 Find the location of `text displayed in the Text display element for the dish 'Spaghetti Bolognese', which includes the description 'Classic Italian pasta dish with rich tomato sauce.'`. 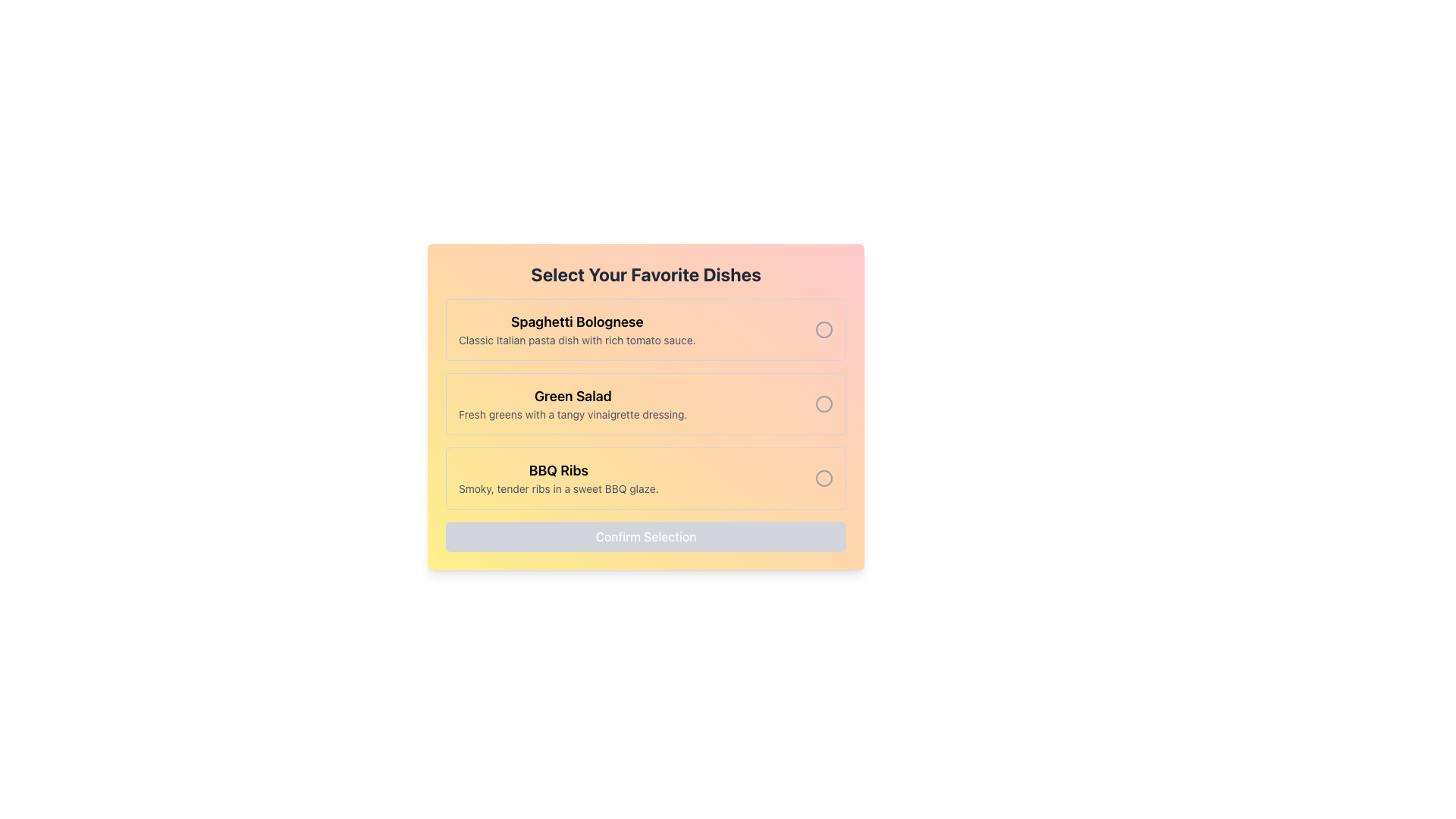

text displayed in the Text display element for the dish 'Spaghetti Bolognese', which includes the description 'Classic Italian pasta dish with rich tomato sauce.' is located at coordinates (576, 329).